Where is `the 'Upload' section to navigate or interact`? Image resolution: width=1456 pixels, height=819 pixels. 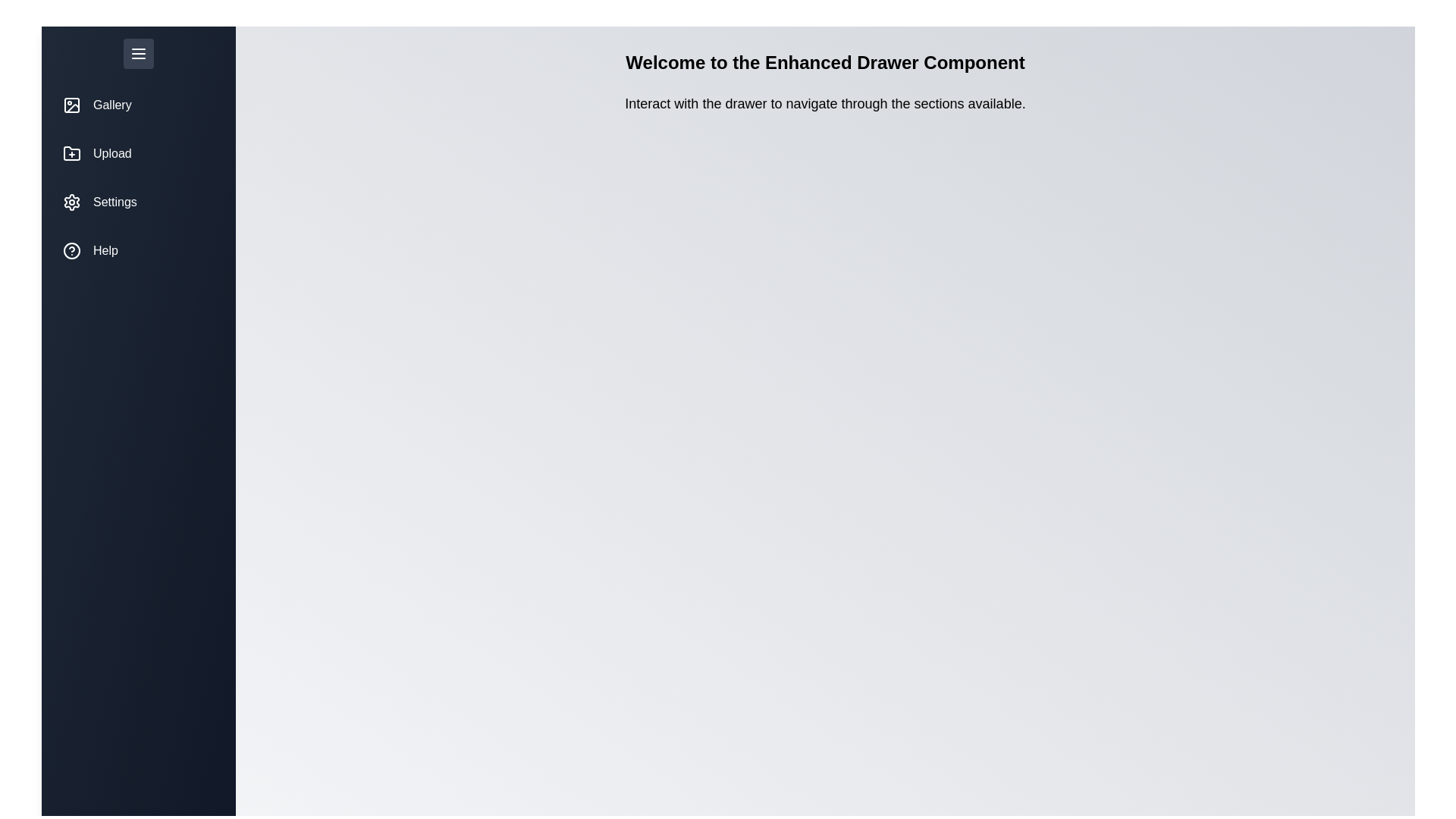 the 'Upload' section to navigate or interact is located at coordinates (138, 154).